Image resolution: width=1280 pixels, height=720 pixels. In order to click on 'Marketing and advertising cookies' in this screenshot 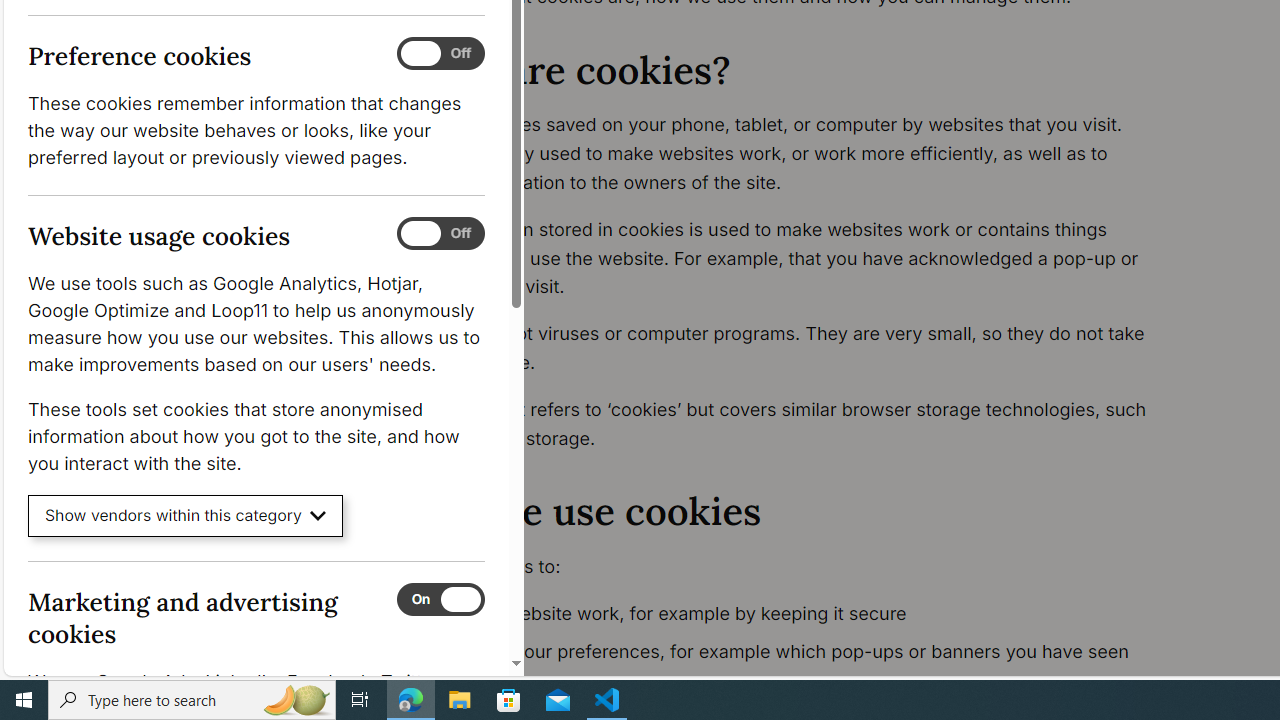, I will do `click(439, 598)`.